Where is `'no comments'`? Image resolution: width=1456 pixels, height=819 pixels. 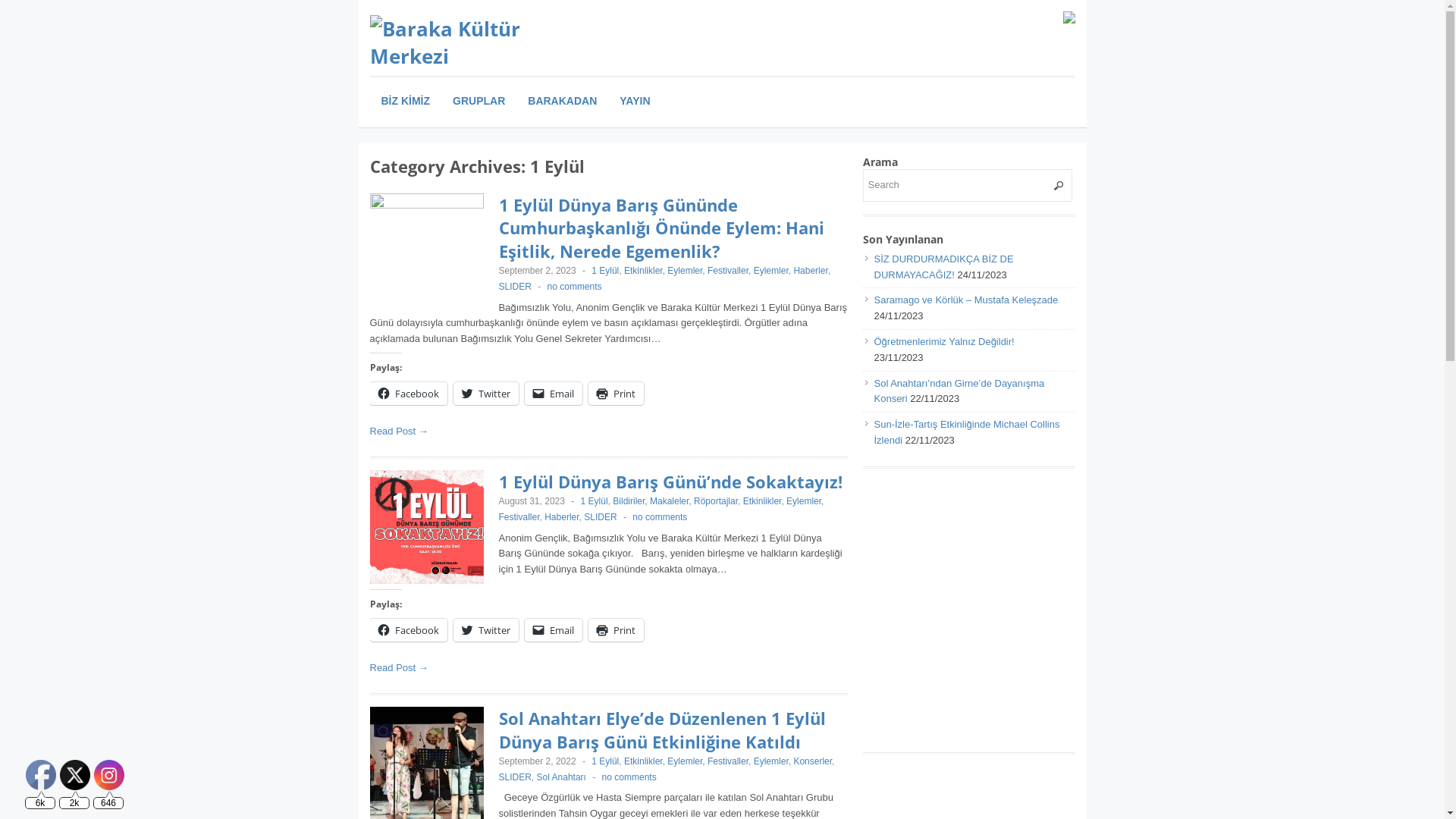 'no comments' is located at coordinates (659, 516).